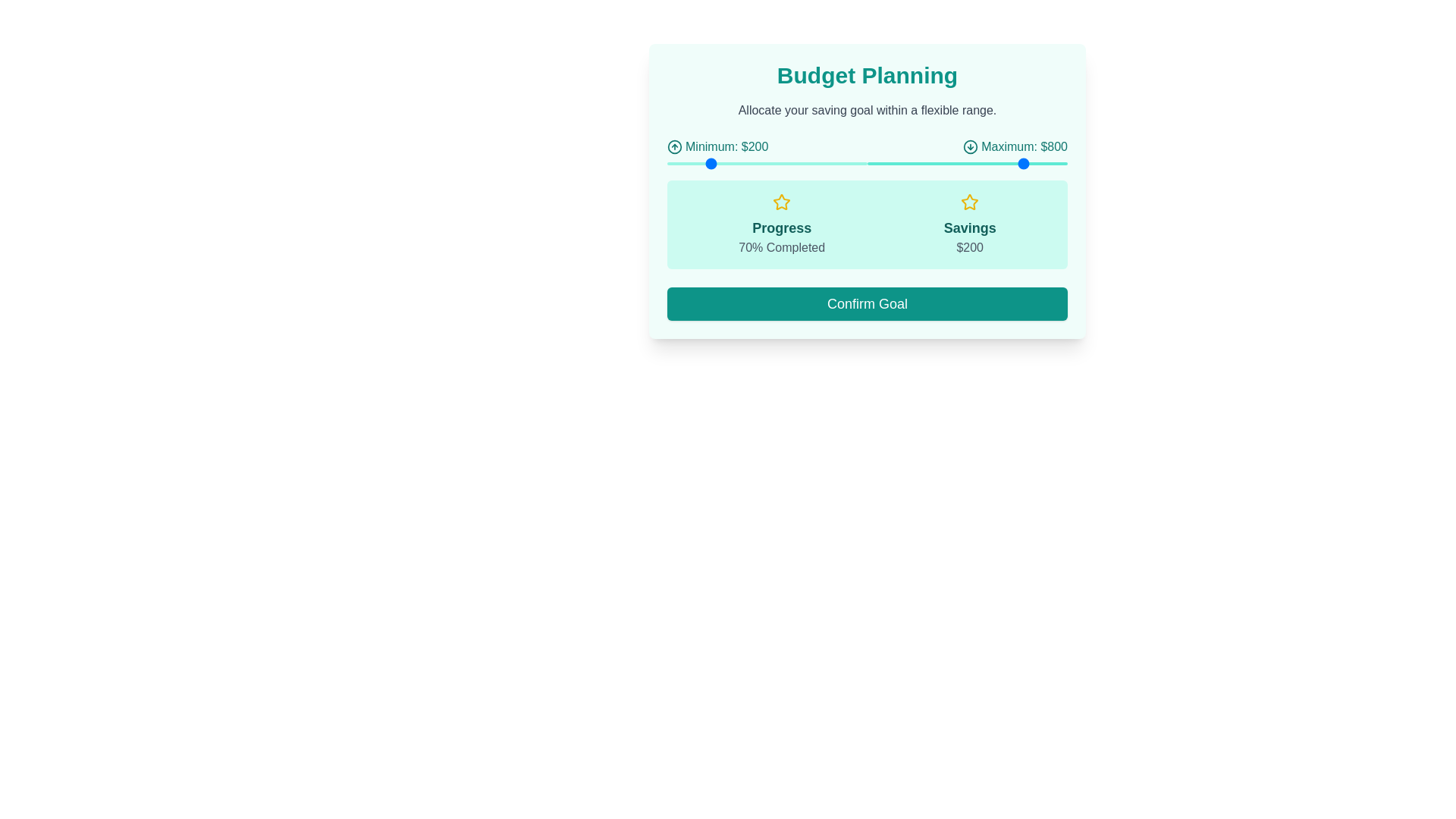 Image resolution: width=1456 pixels, height=819 pixels. I want to click on the icon that represents an increase or minimum value, located to the left of the 'Minimum: $200' text within the 'Budget Planning' section, so click(673, 146).